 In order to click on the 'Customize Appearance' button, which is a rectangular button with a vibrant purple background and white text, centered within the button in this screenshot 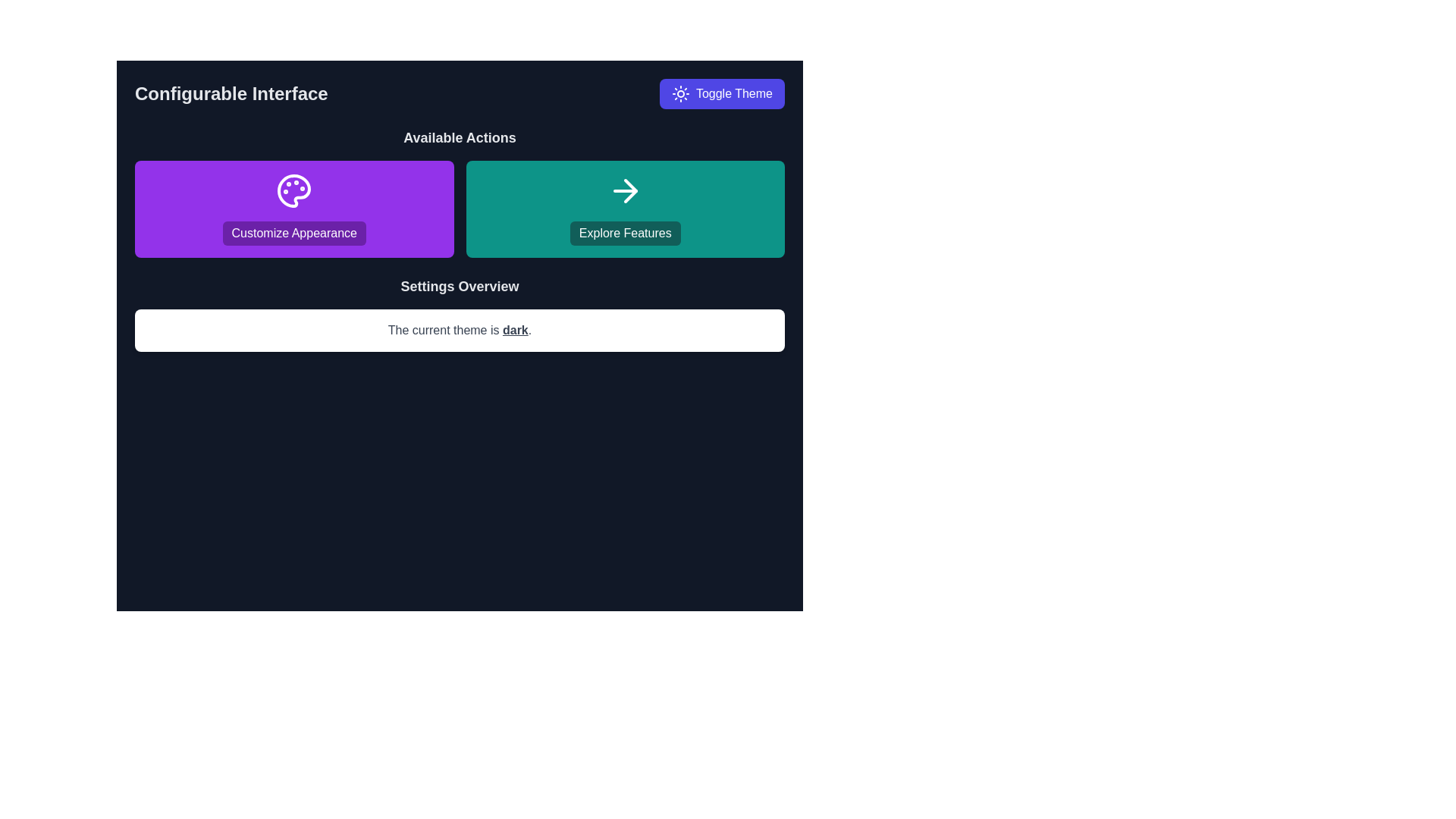, I will do `click(294, 234)`.